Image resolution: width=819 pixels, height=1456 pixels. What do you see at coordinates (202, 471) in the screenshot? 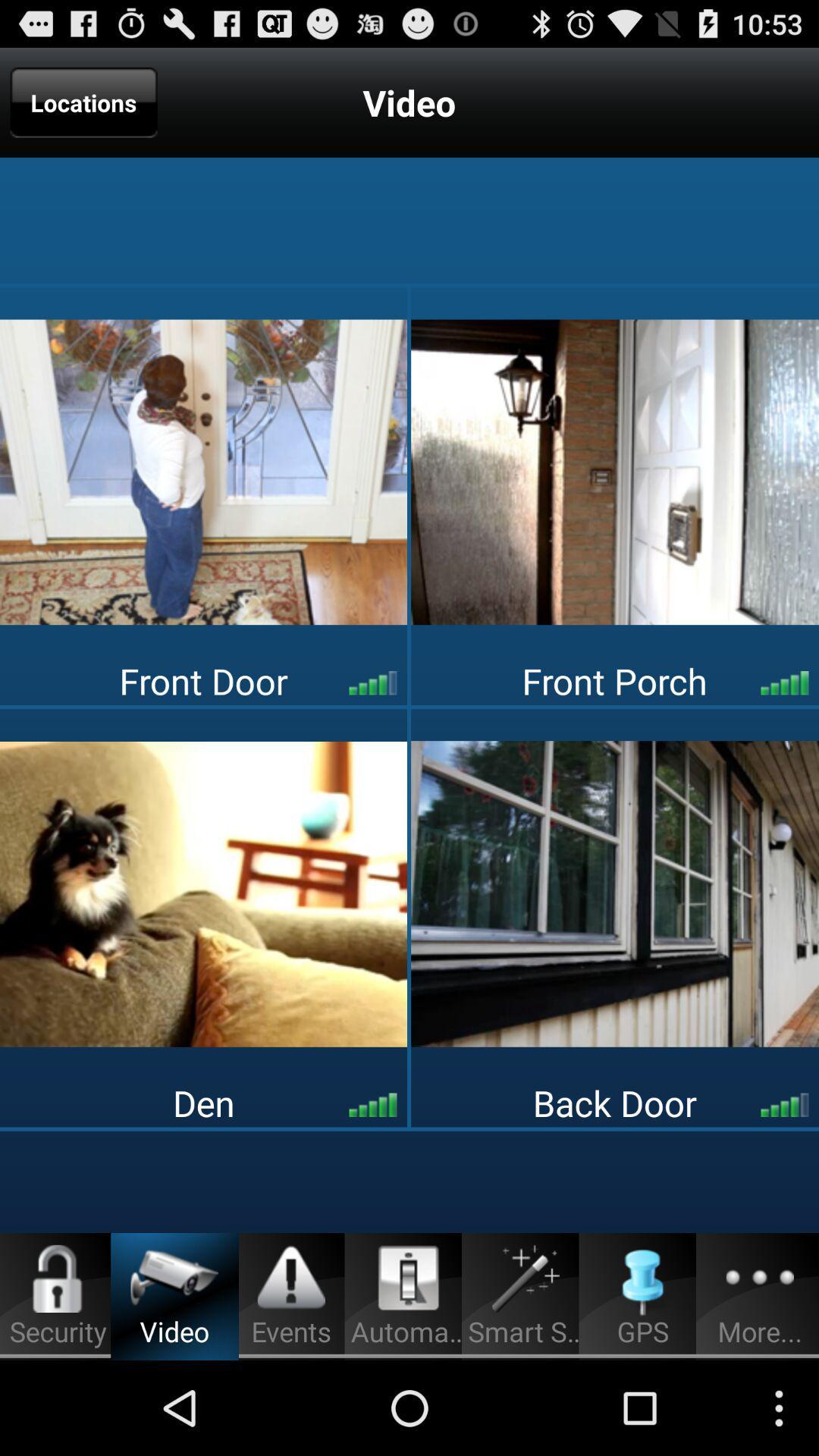
I see `watch front door camera` at bounding box center [202, 471].